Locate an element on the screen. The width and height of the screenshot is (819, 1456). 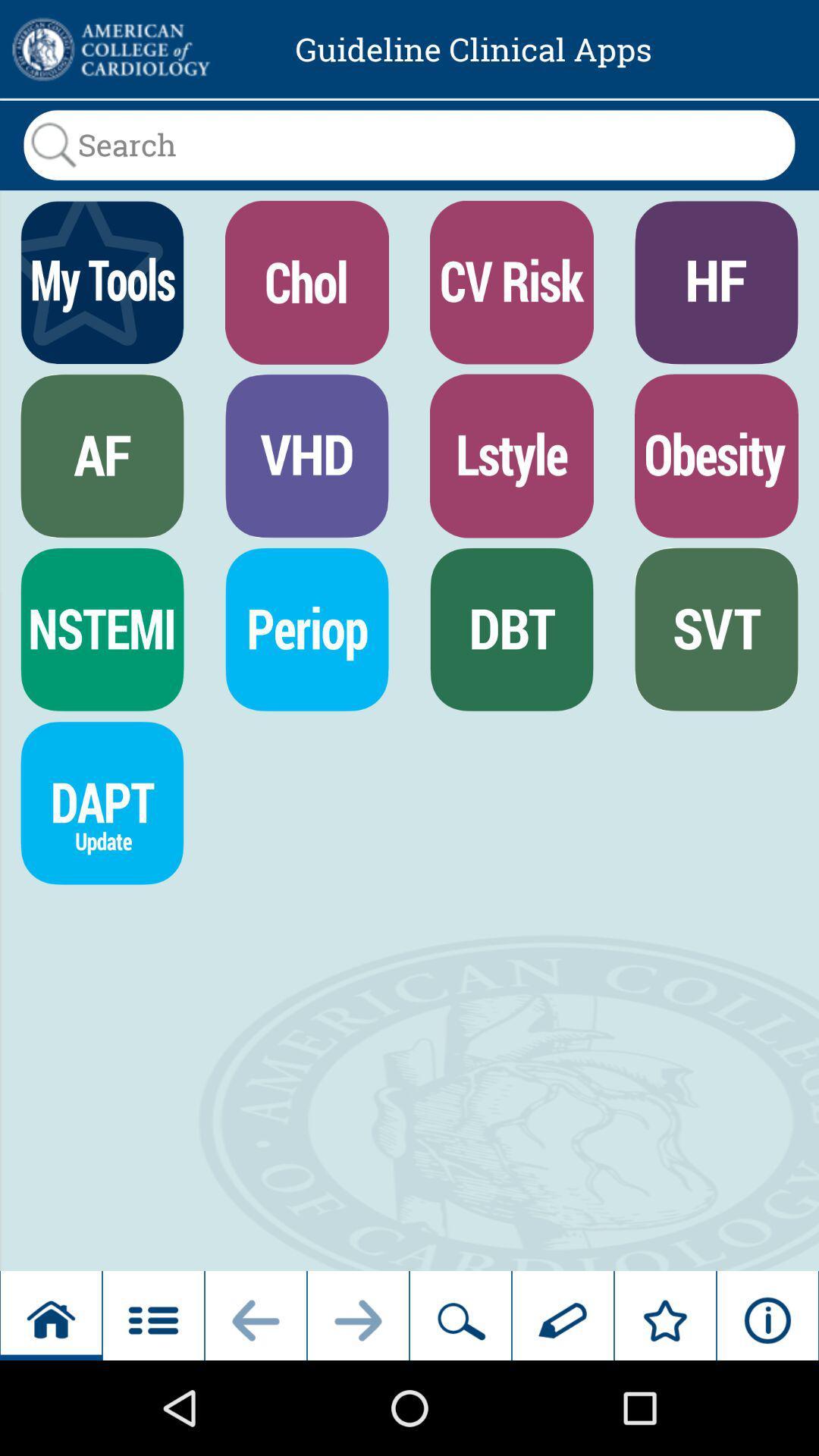
college logo is located at coordinates (109, 49).